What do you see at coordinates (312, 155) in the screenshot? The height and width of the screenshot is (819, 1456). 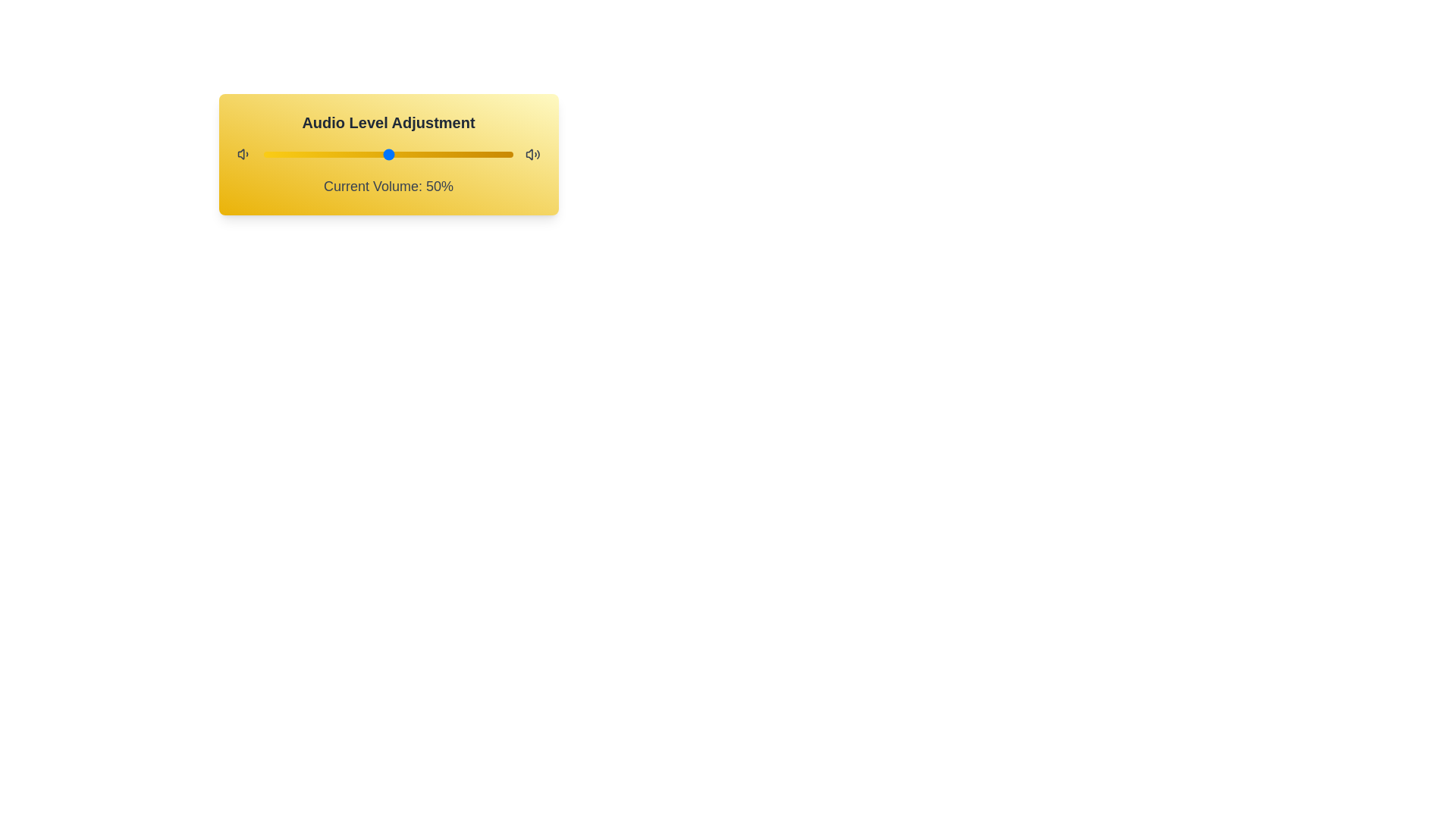 I see `the volume level` at bounding box center [312, 155].